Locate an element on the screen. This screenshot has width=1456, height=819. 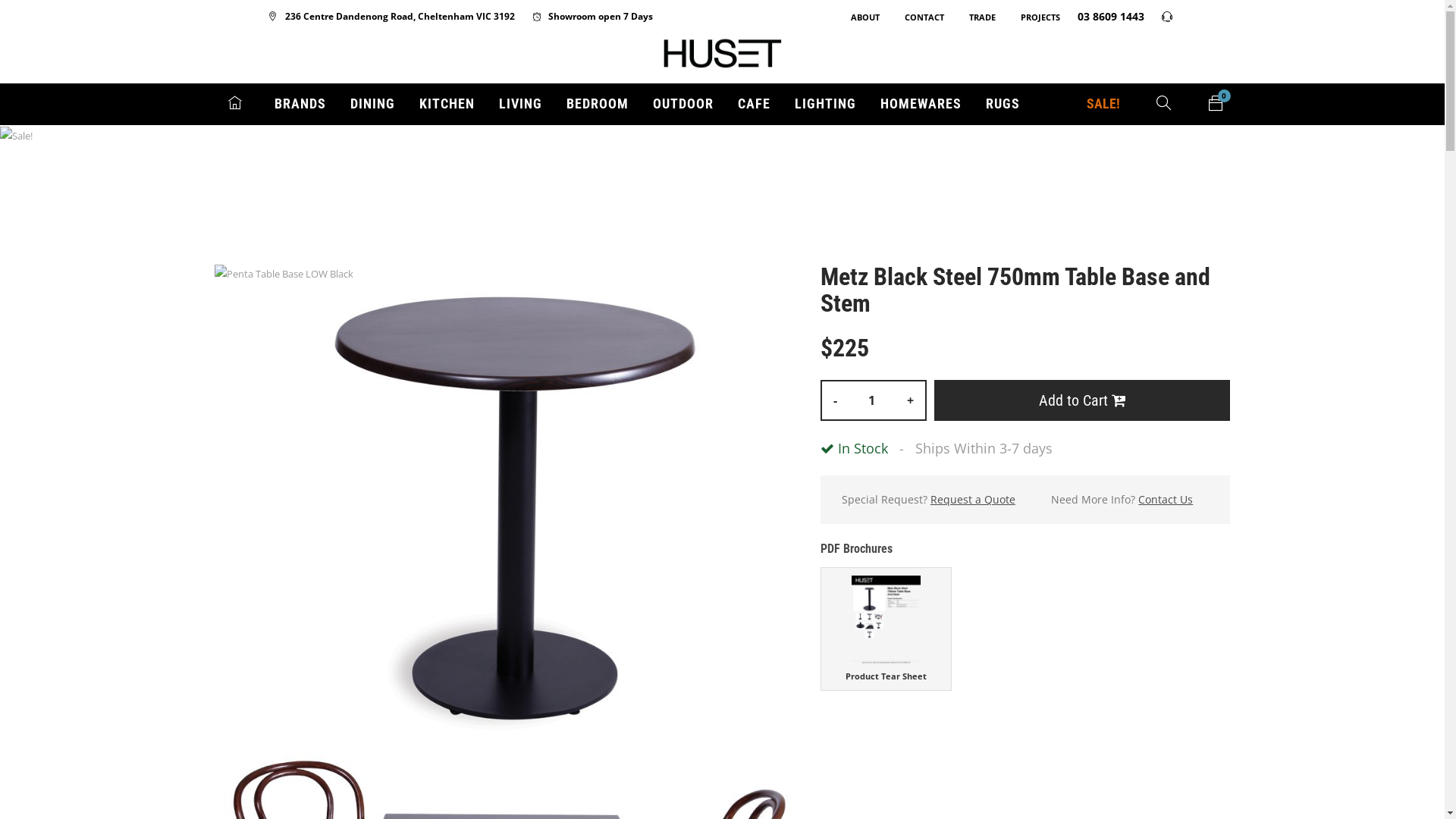
'RUGS' is located at coordinates (1003, 103).